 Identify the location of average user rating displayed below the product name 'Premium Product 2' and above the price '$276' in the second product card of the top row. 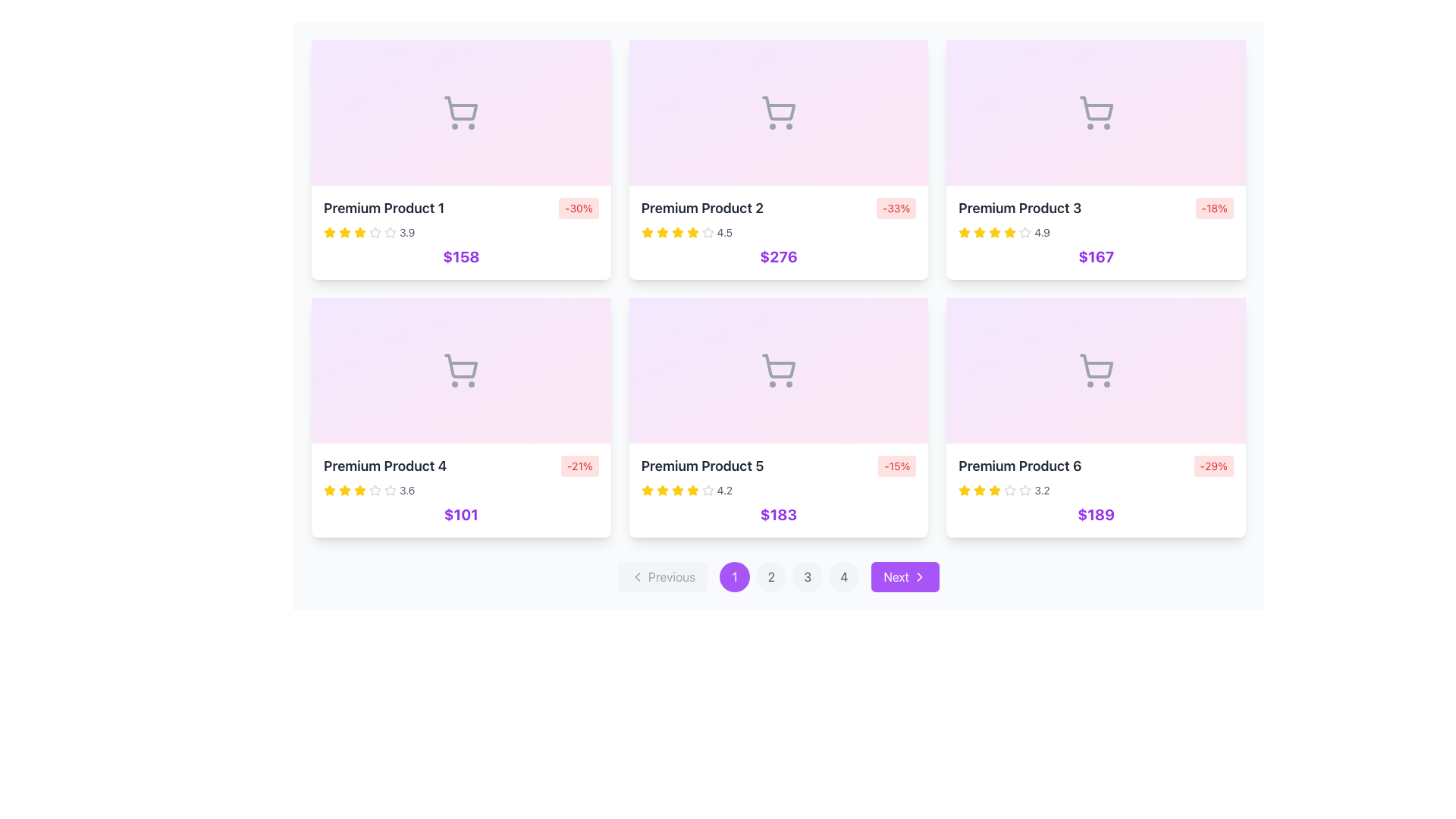
(779, 233).